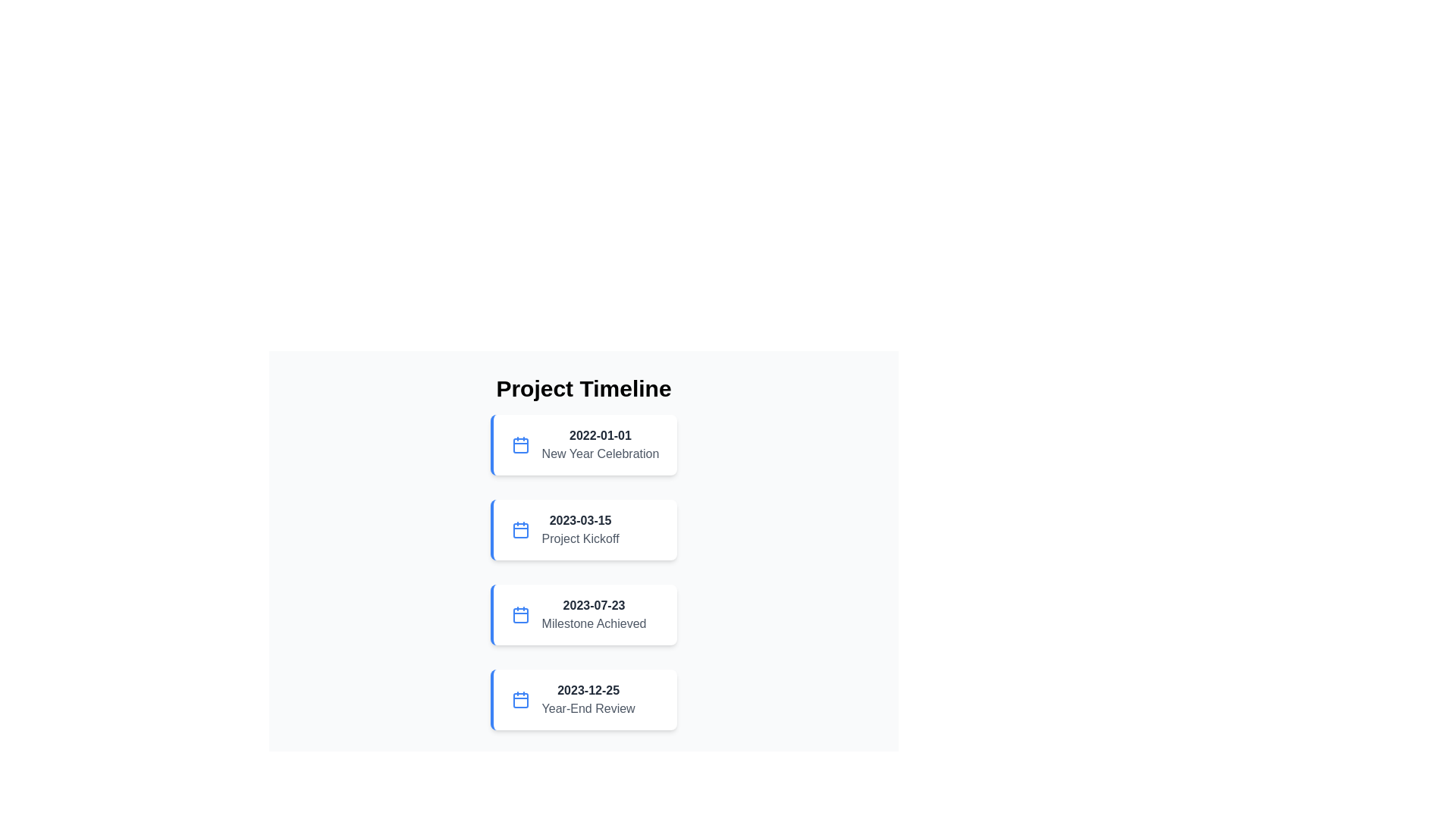 Image resolution: width=1456 pixels, height=819 pixels. I want to click on the text label located below the '2023-07-23' date in the third card of the vertical timeline list, so click(593, 623).